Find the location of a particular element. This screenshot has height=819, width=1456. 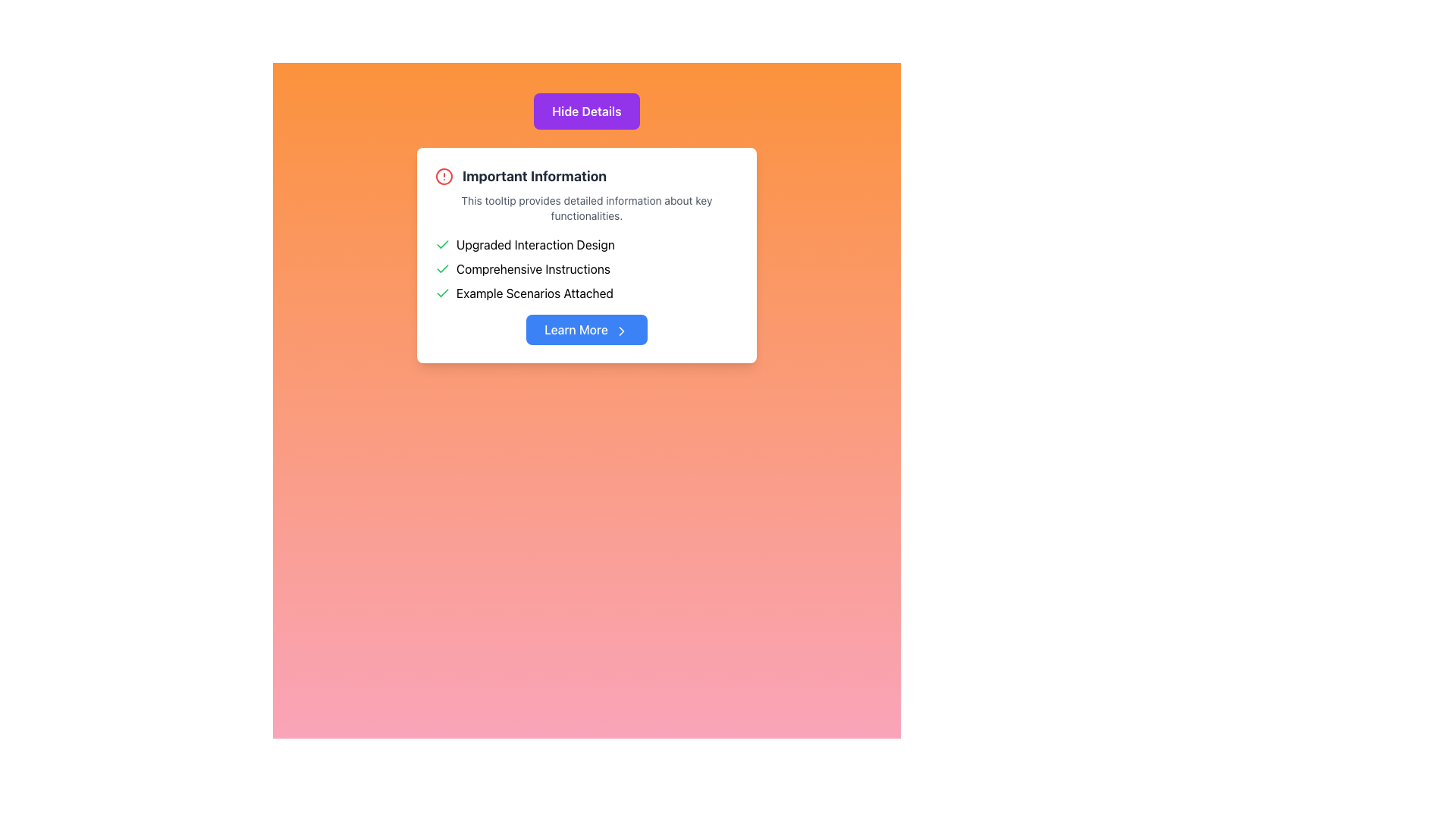

the warning icon that visually indicates the importance of the content titled 'Important Information', located next to the bold text is located at coordinates (443, 175).